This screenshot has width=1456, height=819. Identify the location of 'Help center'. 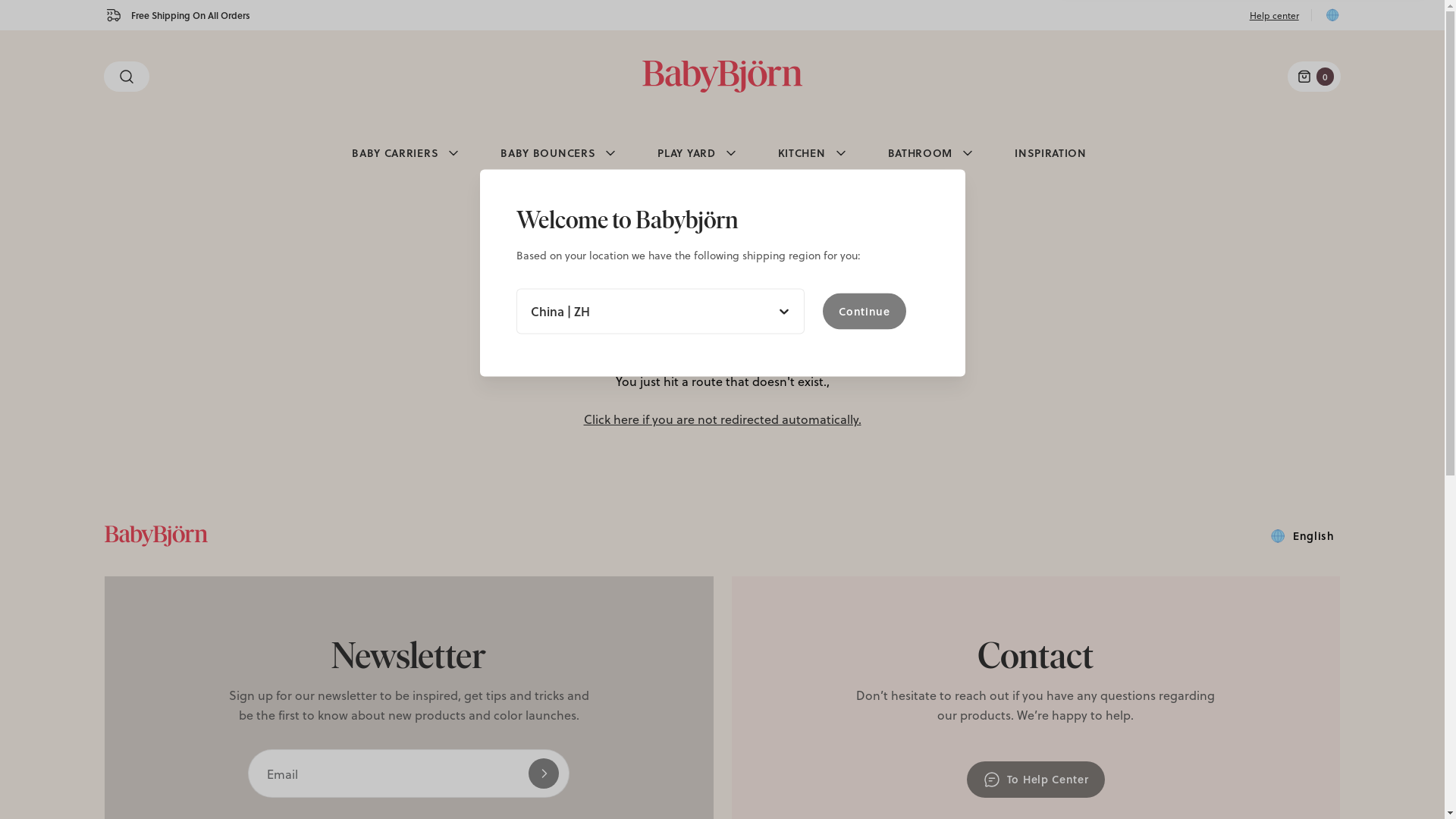
(1274, 14).